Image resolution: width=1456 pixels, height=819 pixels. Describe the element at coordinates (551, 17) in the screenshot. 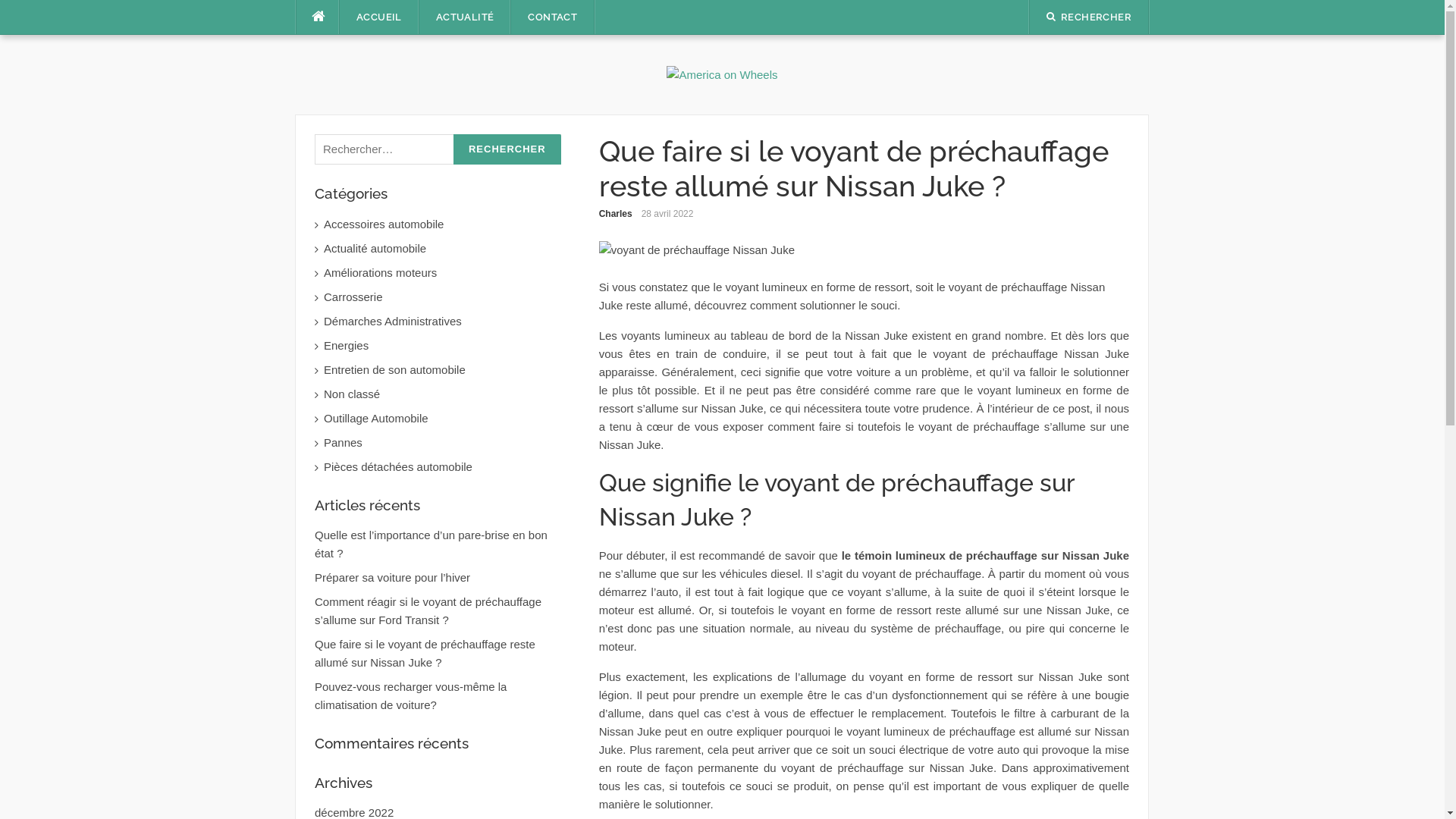

I see `'CONTACT'` at that location.